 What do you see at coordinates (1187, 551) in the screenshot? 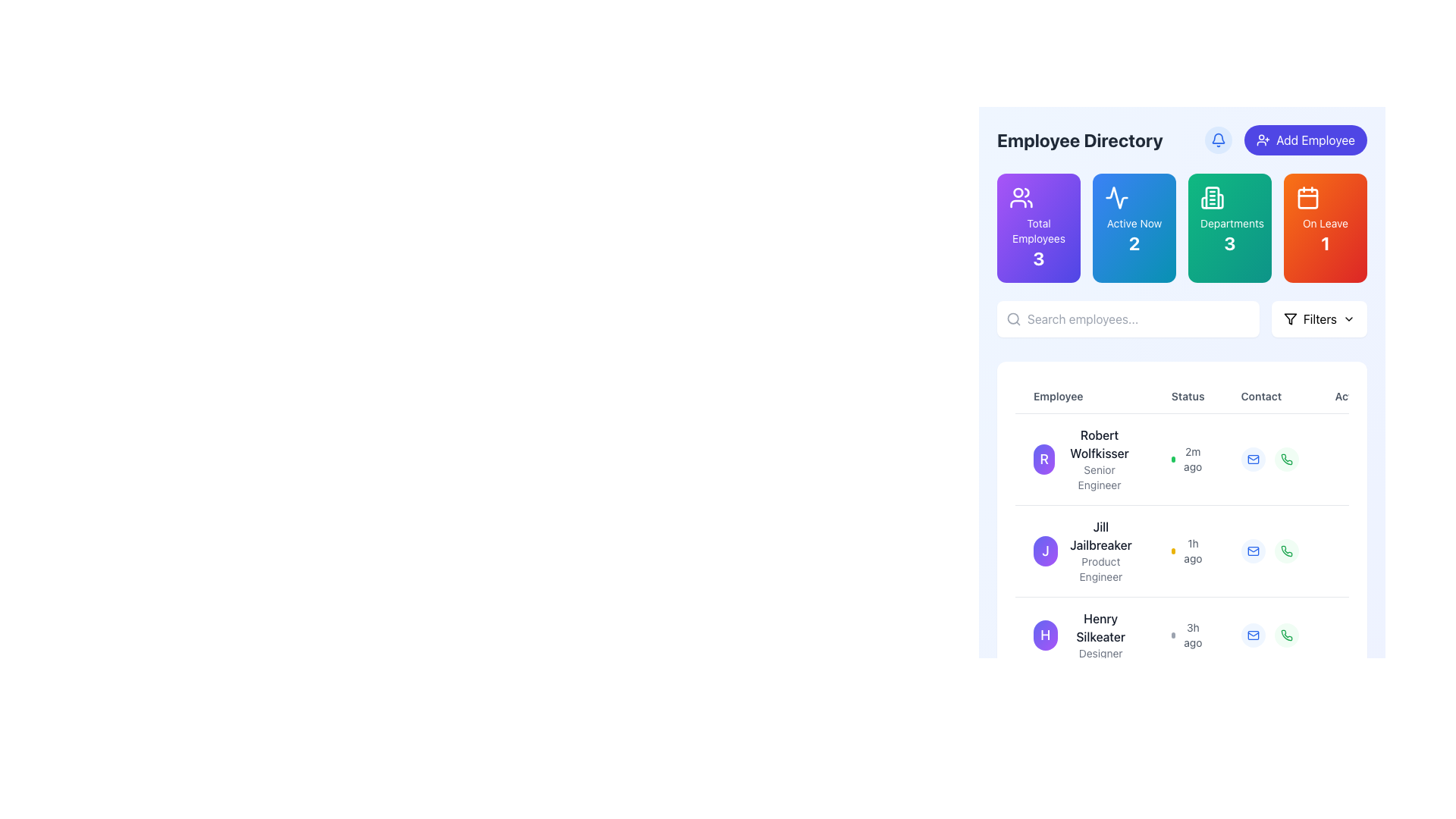
I see `the Text Display element that shows '1h ago' with a small yellow circular icon, located in the second row of the employee list under the 'Status' column` at bounding box center [1187, 551].